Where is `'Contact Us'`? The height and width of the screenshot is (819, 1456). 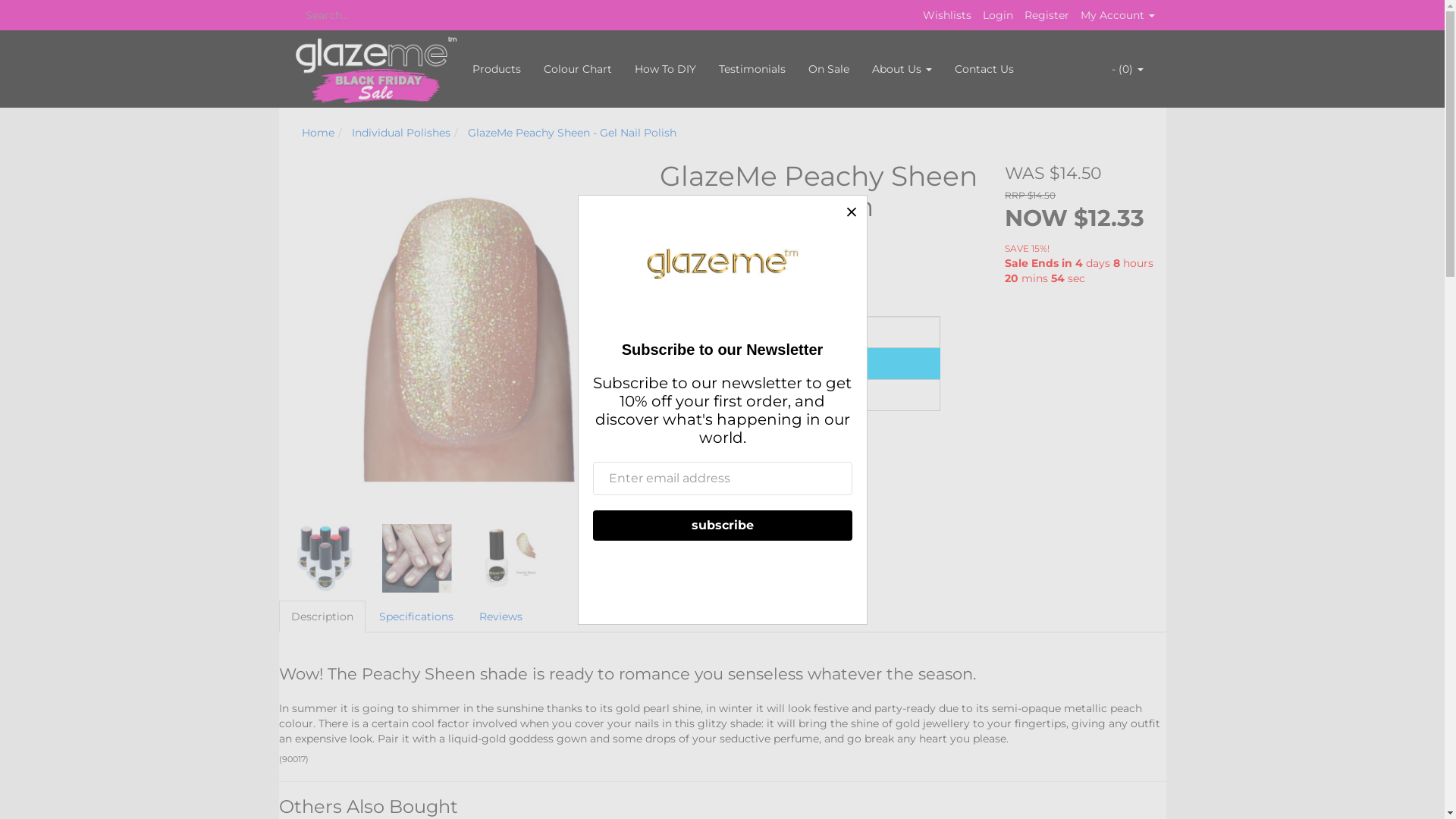
'Contact Us' is located at coordinates (984, 69).